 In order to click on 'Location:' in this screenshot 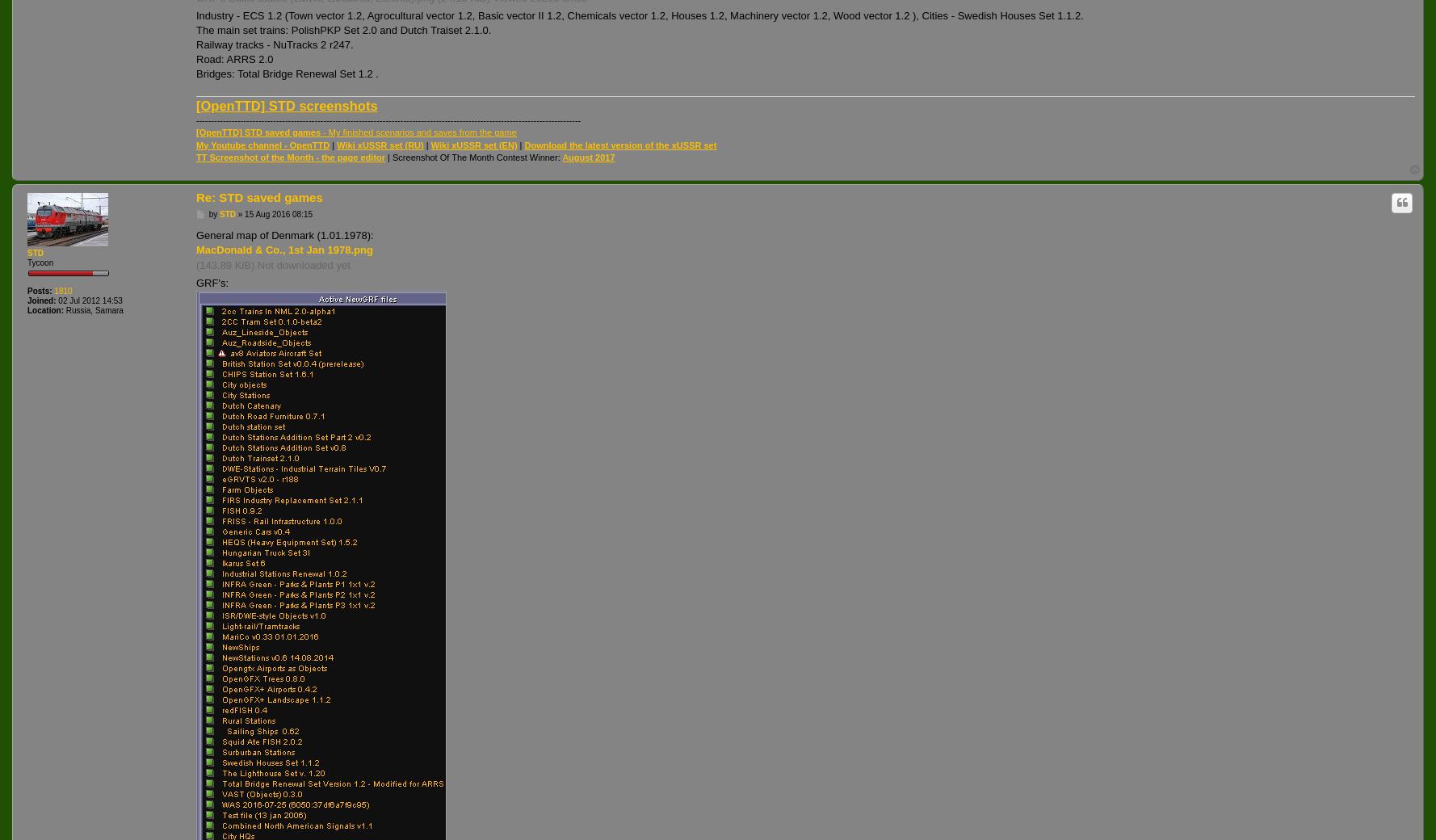, I will do `click(45, 309)`.